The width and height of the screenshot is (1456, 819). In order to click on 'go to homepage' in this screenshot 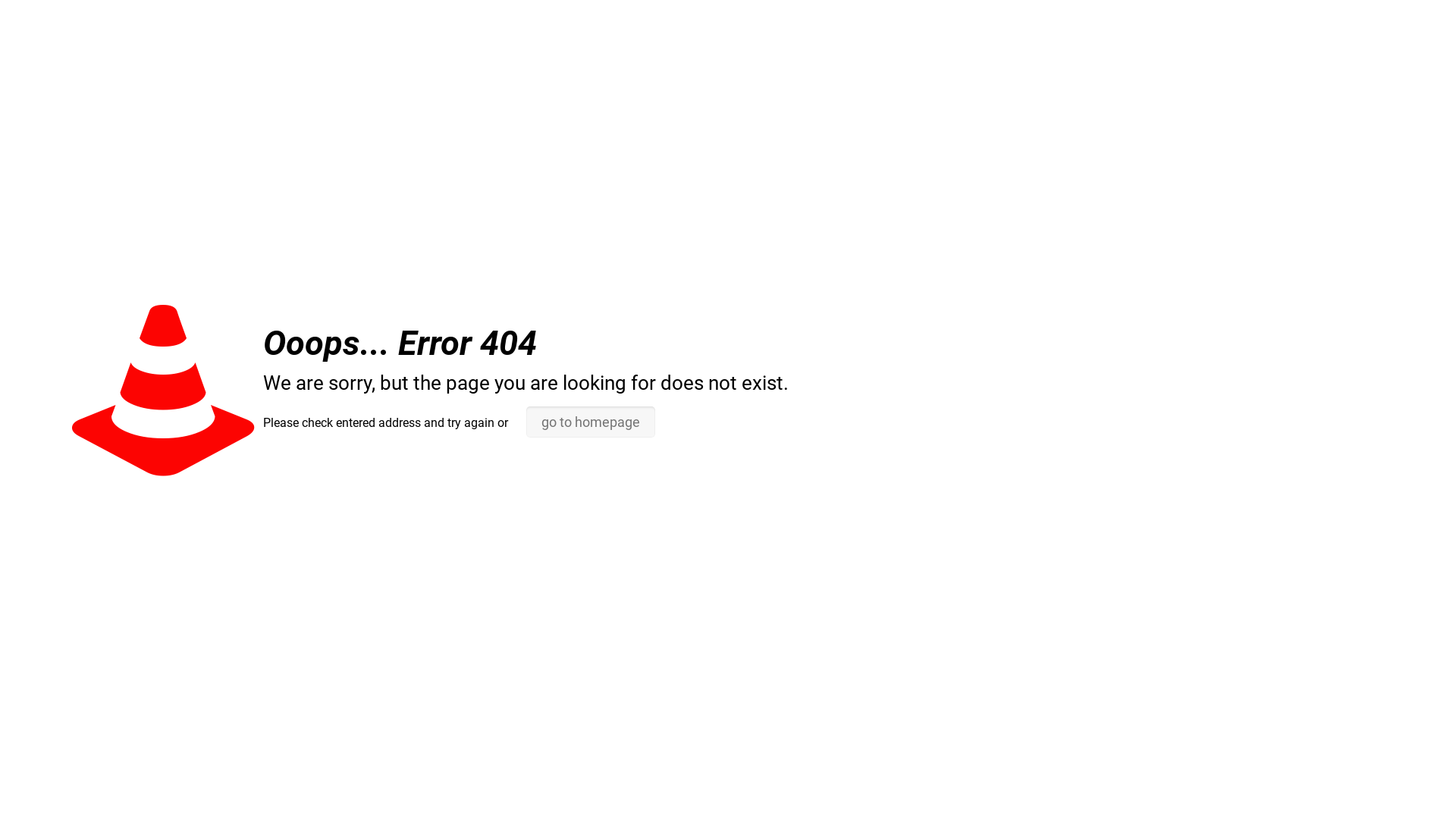, I will do `click(589, 422)`.